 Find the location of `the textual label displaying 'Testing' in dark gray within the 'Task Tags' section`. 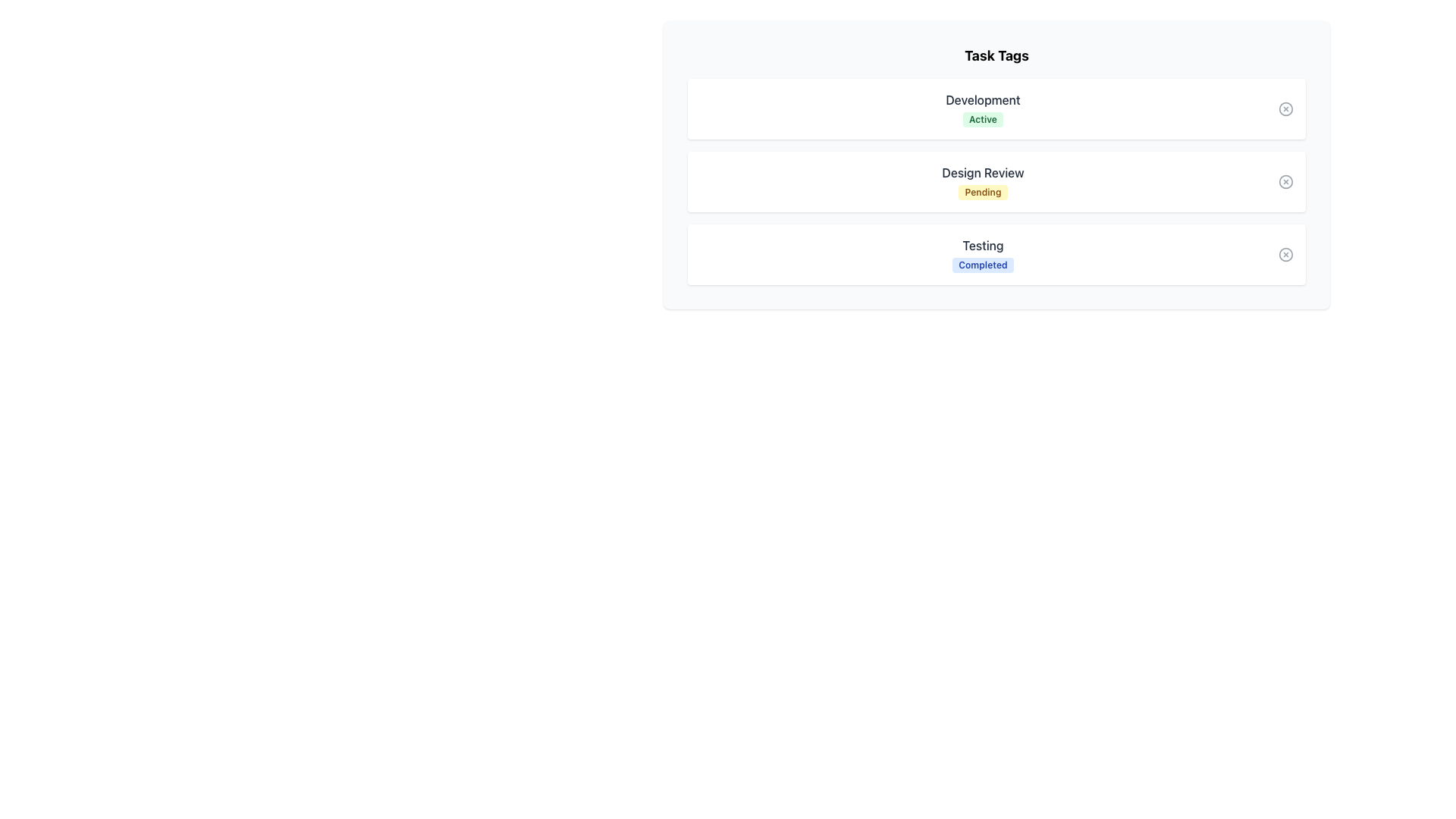

the textual label displaying 'Testing' in dark gray within the 'Task Tags' section is located at coordinates (983, 245).